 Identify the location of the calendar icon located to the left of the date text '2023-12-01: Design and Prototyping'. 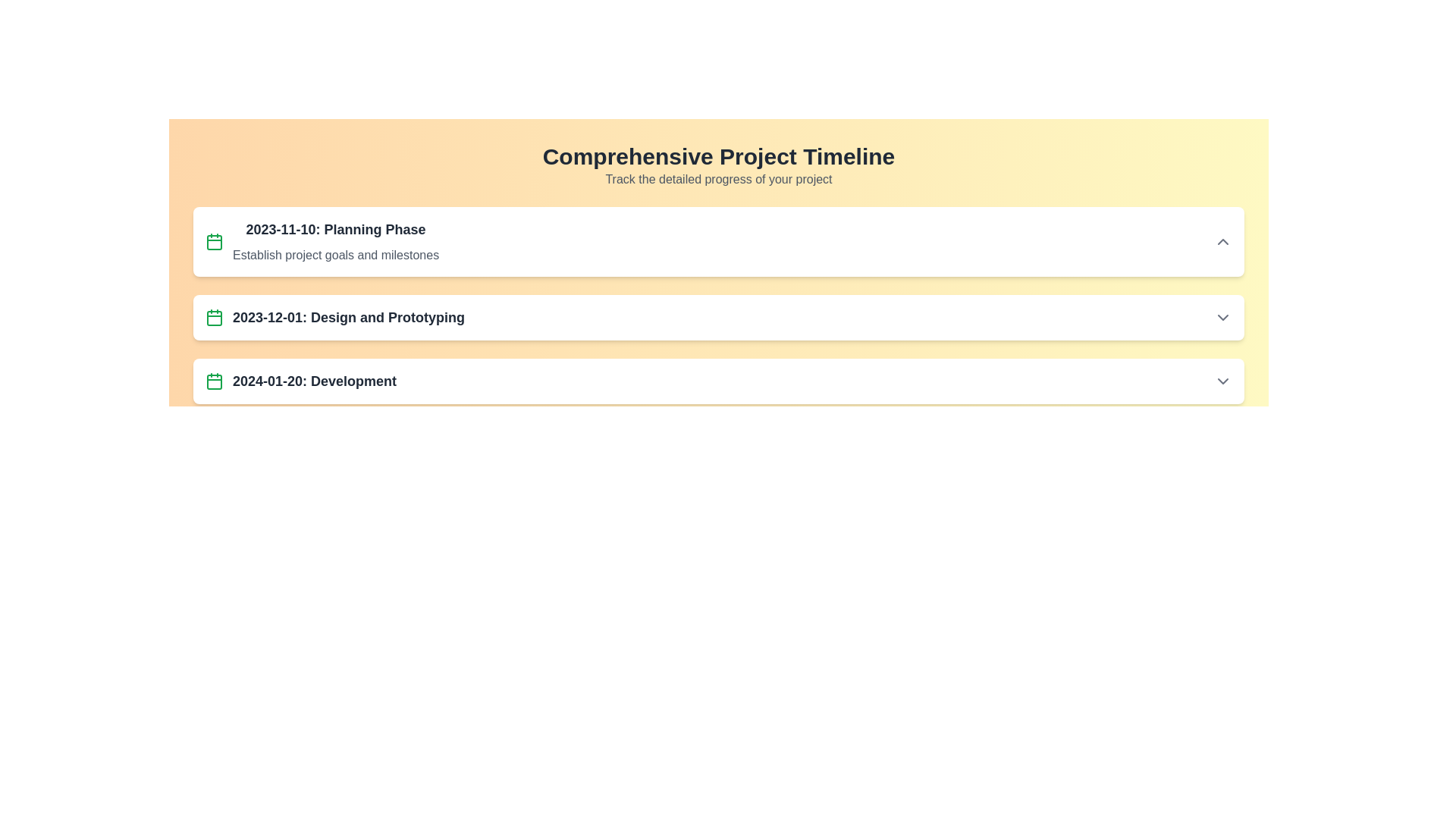
(214, 317).